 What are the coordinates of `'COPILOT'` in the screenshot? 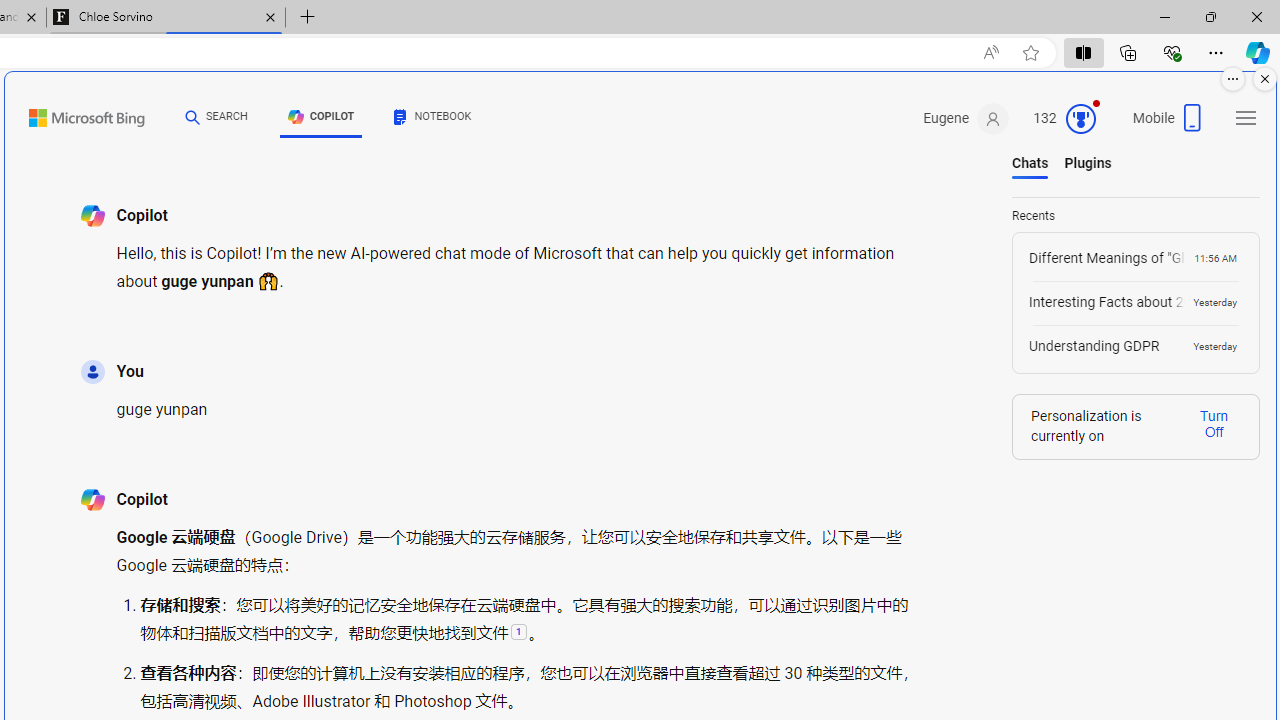 It's located at (321, 120).